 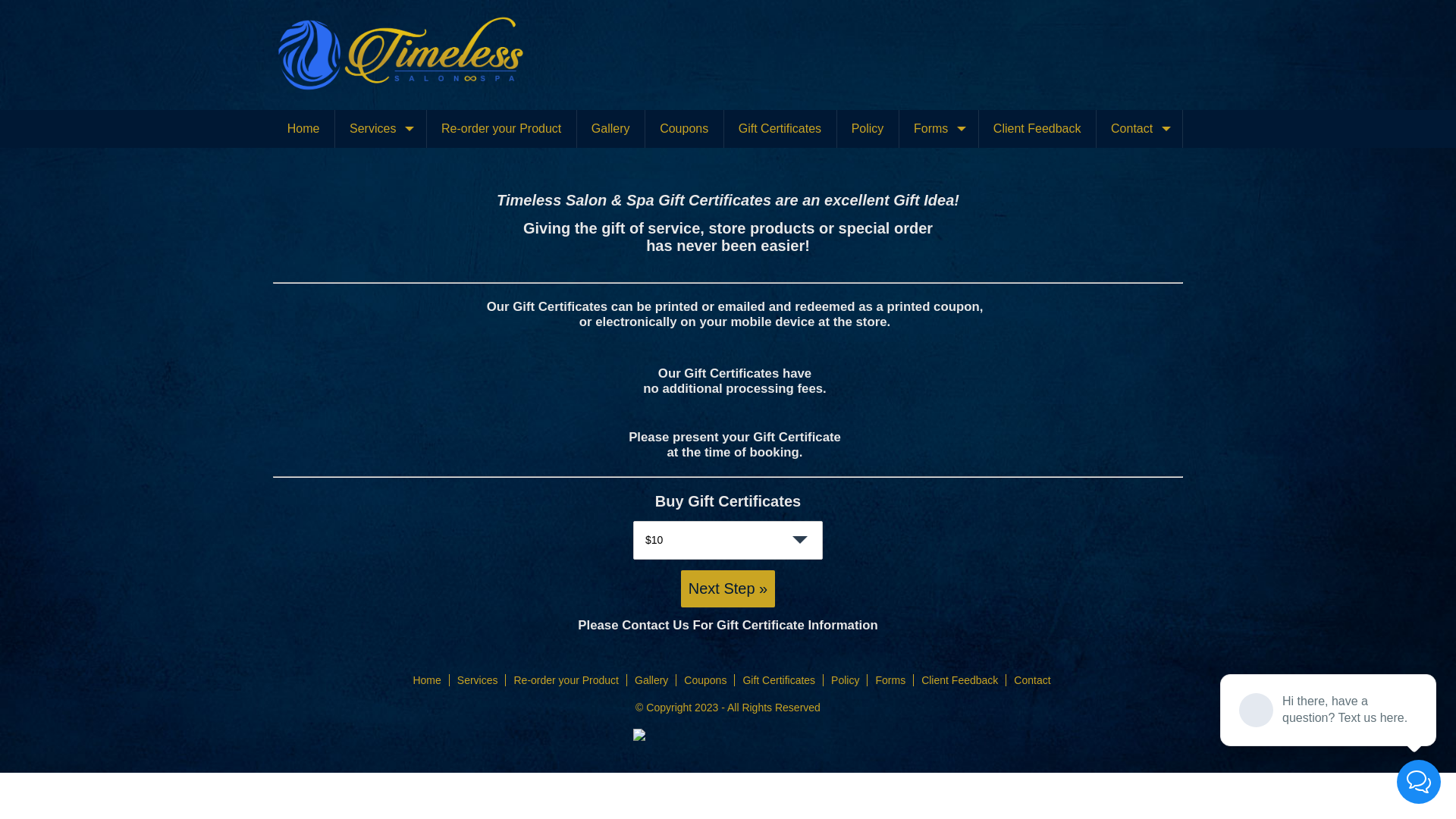 I want to click on 'Policy', so click(x=830, y=679).